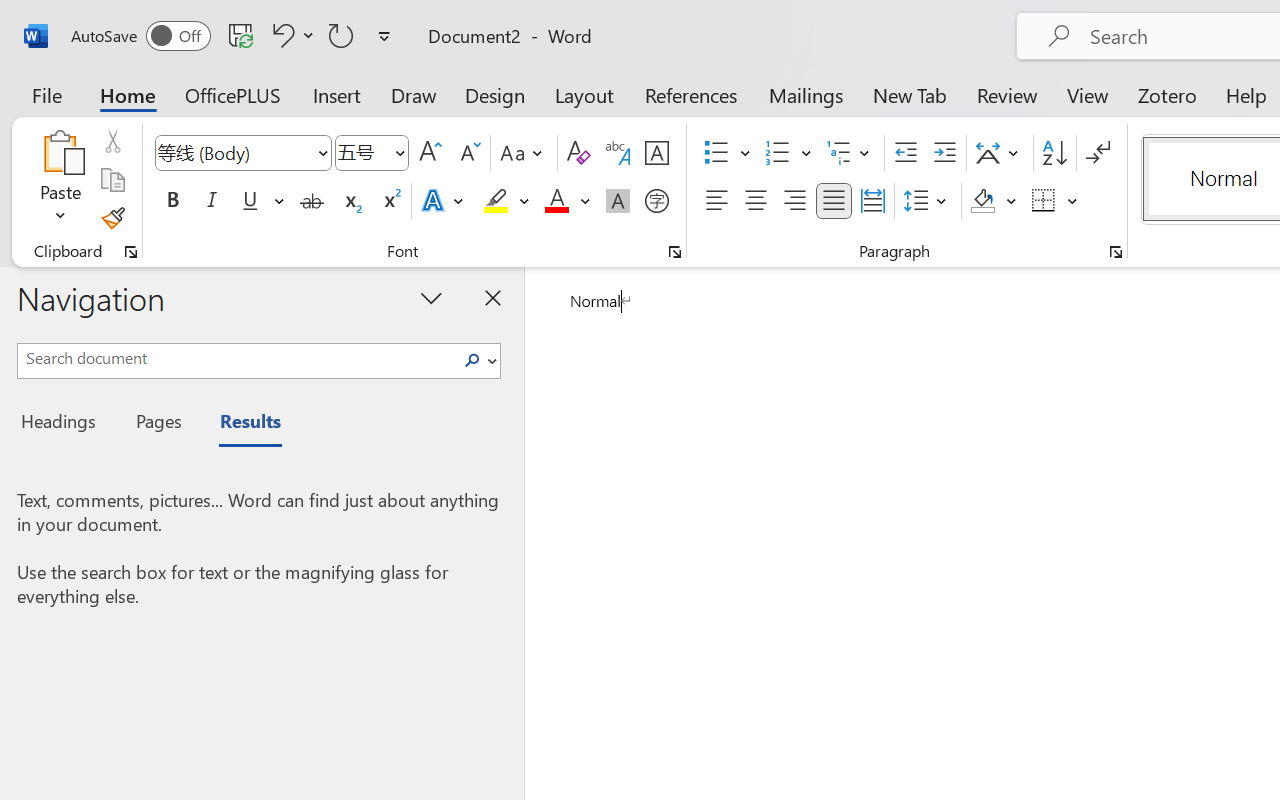 This screenshot has height=800, width=1280. I want to click on 'Multilevel List', so click(850, 153).